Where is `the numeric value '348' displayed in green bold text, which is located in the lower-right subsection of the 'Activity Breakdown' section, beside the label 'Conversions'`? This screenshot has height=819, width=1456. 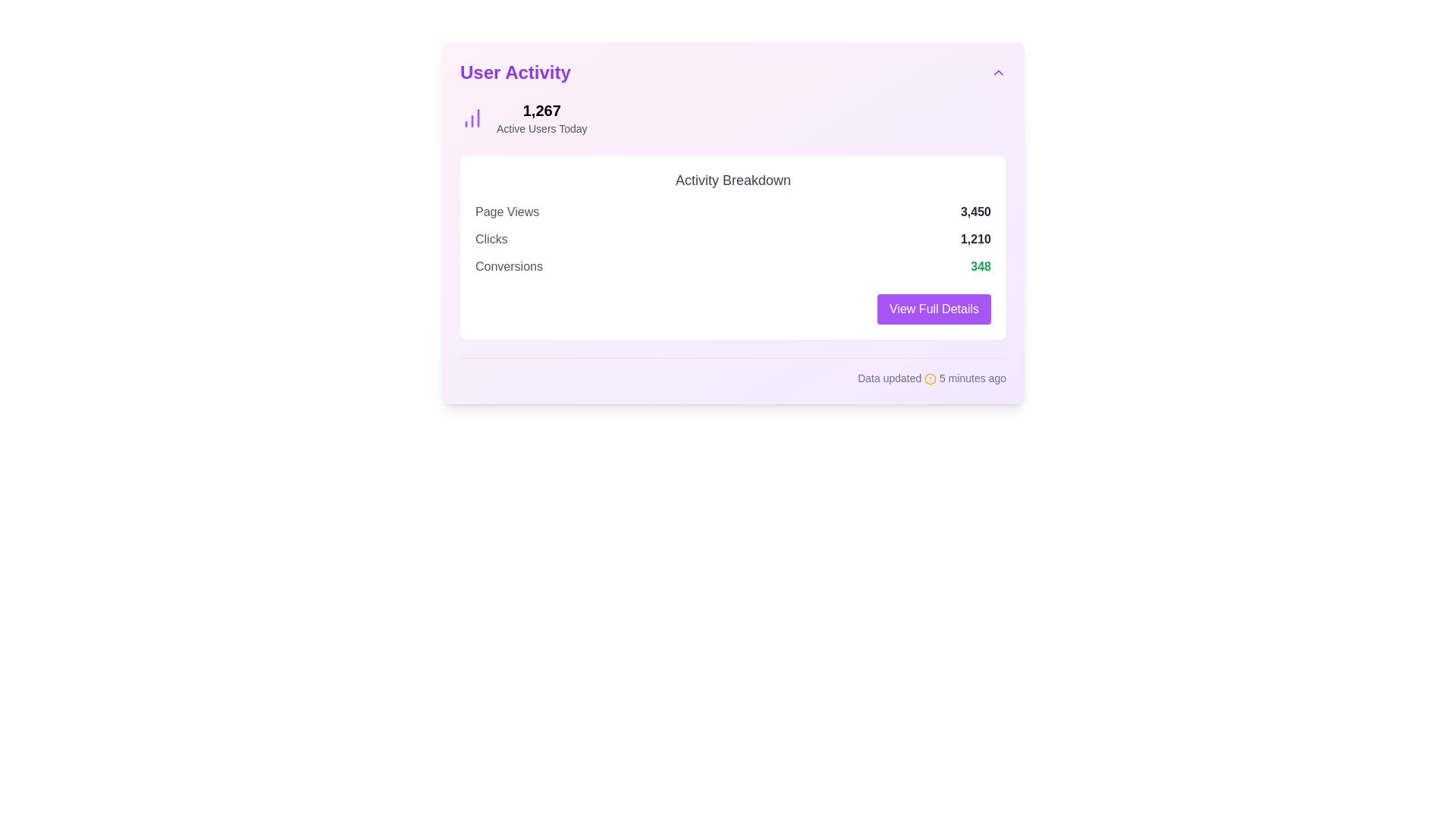
the numeric value '348' displayed in green bold text, which is located in the lower-right subsection of the 'Activity Breakdown' section, beside the label 'Conversions' is located at coordinates (981, 265).